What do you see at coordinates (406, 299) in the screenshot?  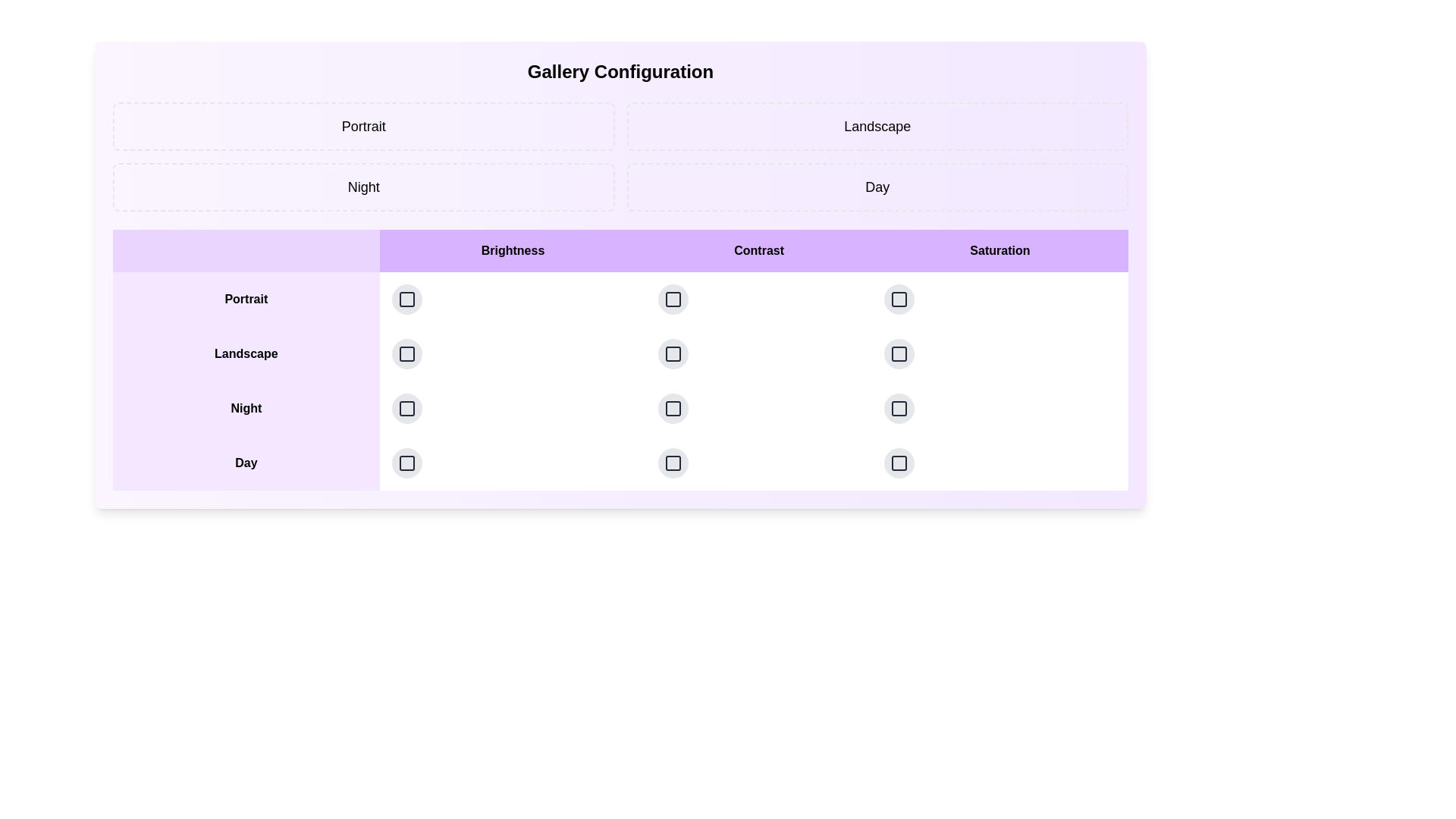 I see `the circular button with a grey background and black border located in the 'Brightness' column, aligning with the 'Portrait' row` at bounding box center [406, 299].